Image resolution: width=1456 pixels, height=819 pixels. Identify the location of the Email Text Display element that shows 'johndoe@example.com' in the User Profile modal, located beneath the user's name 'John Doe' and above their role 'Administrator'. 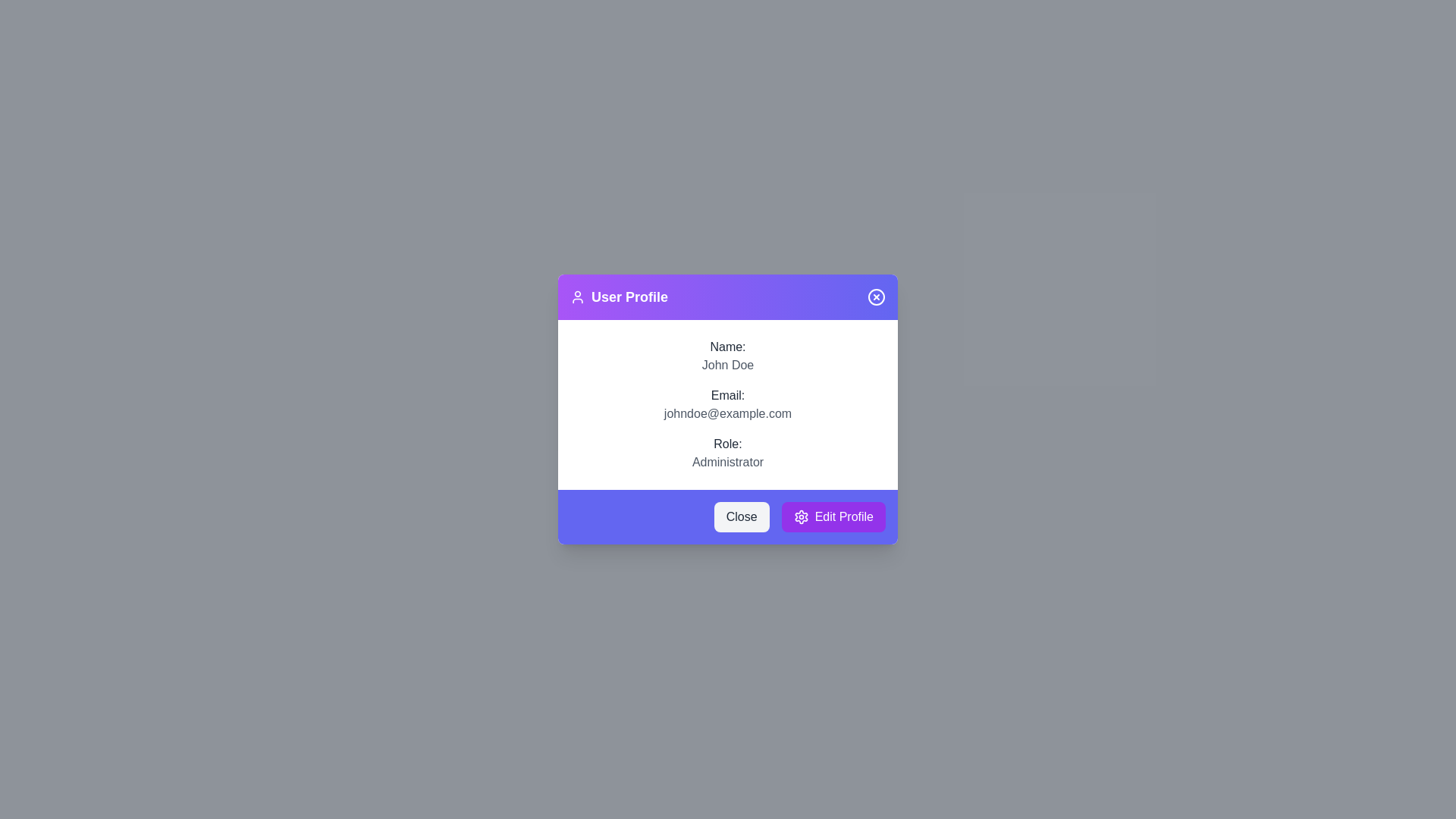
(728, 403).